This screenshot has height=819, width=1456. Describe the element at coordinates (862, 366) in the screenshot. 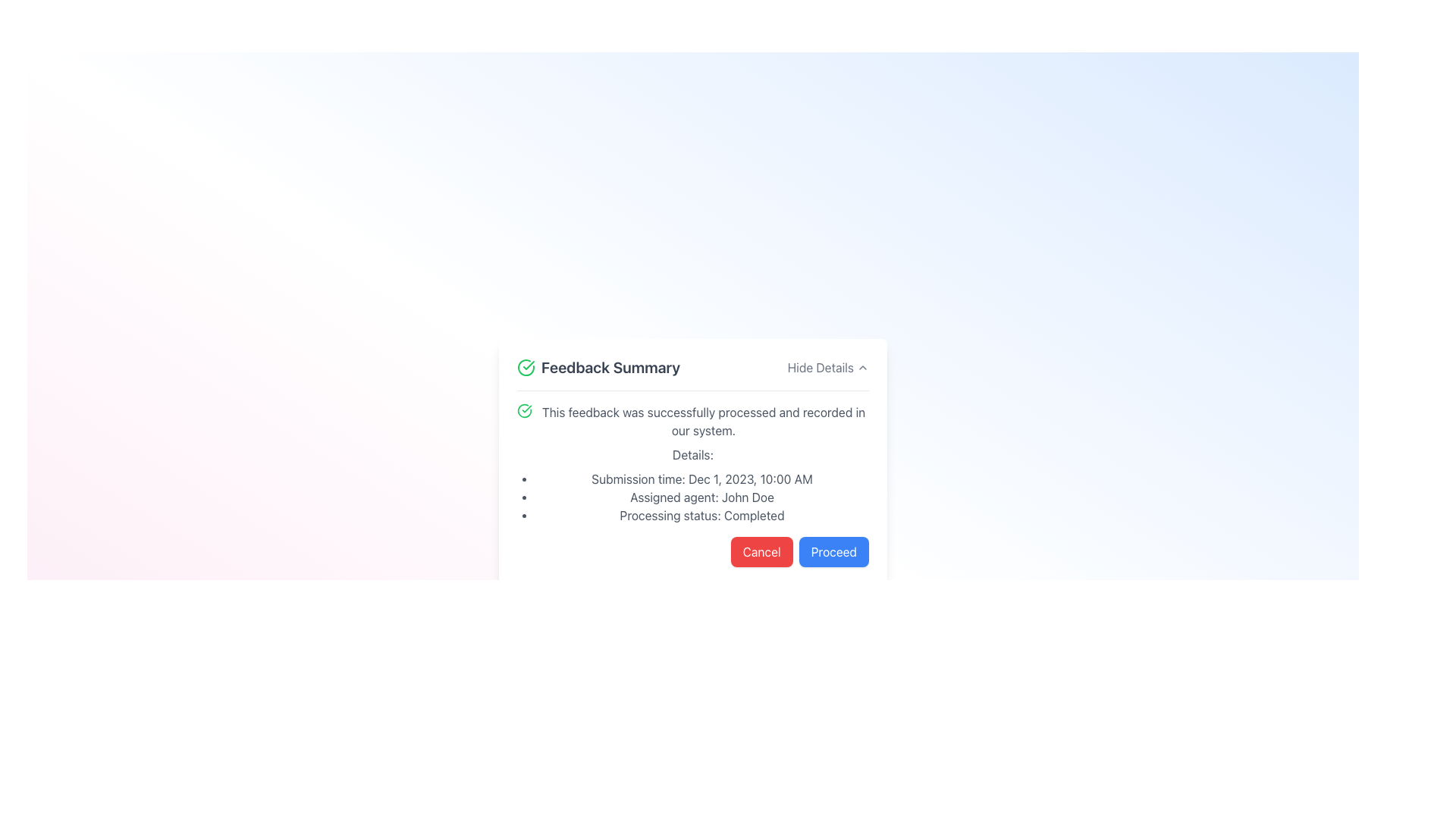

I see `the chevron button located at the top-right corner of the feedback summary box` at that location.